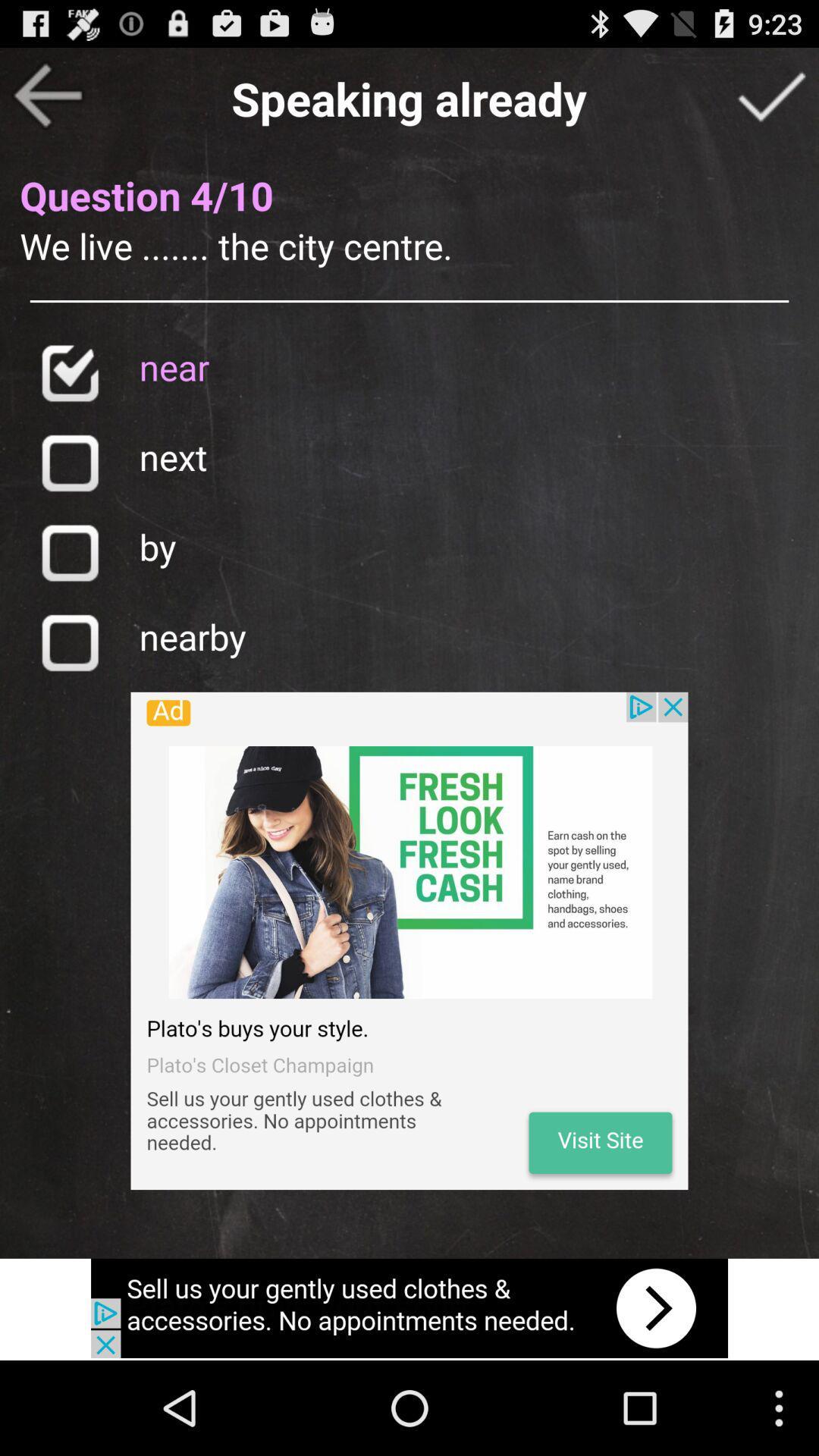 The height and width of the screenshot is (1456, 819). What do you see at coordinates (69, 551) in the screenshot?
I see `answer` at bounding box center [69, 551].